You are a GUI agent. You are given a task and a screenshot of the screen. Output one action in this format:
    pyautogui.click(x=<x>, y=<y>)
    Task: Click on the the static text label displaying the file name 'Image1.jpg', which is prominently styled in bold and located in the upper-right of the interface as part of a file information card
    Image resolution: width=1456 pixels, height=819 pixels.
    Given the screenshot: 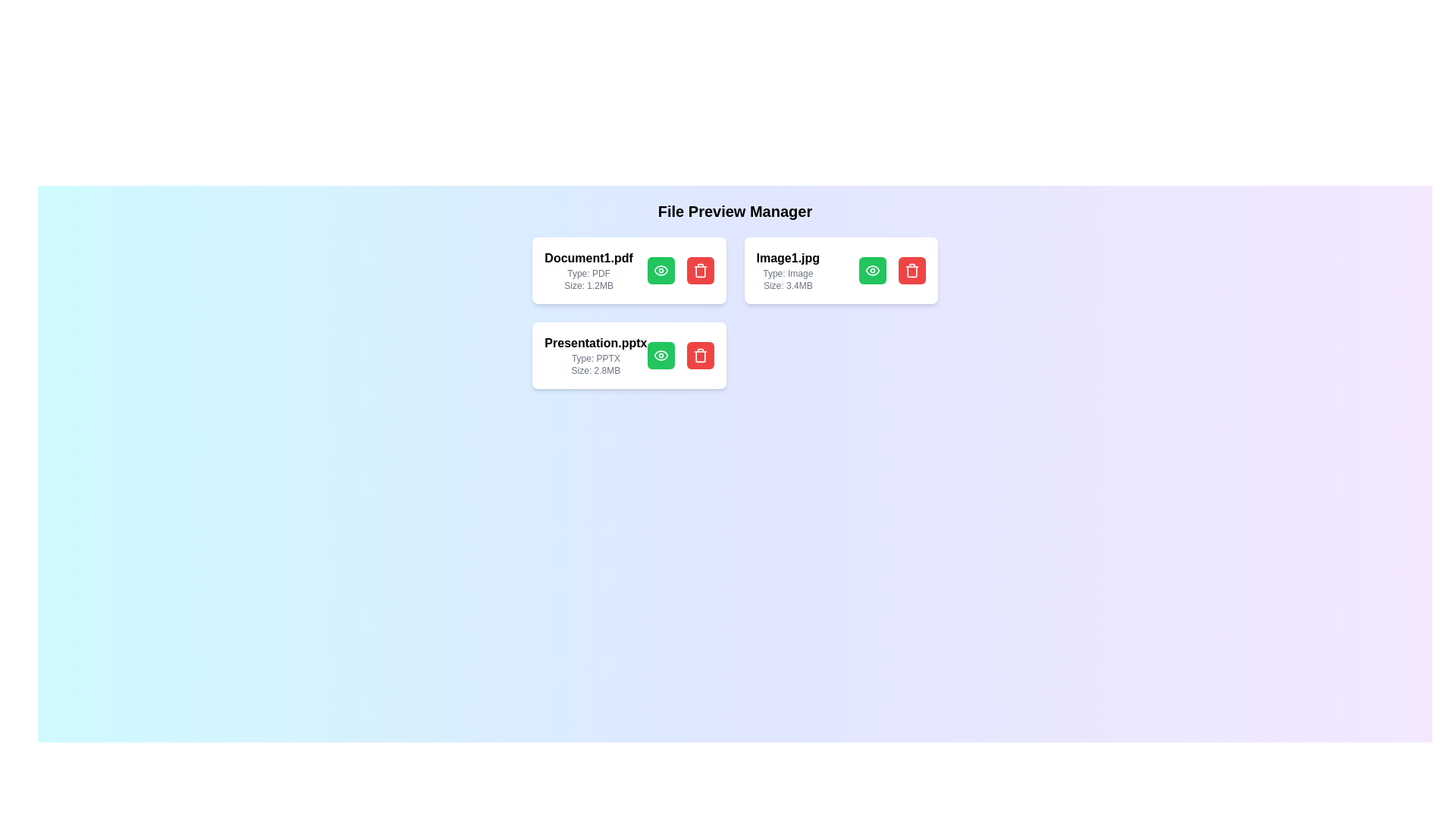 What is the action you would take?
    pyautogui.click(x=788, y=257)
    